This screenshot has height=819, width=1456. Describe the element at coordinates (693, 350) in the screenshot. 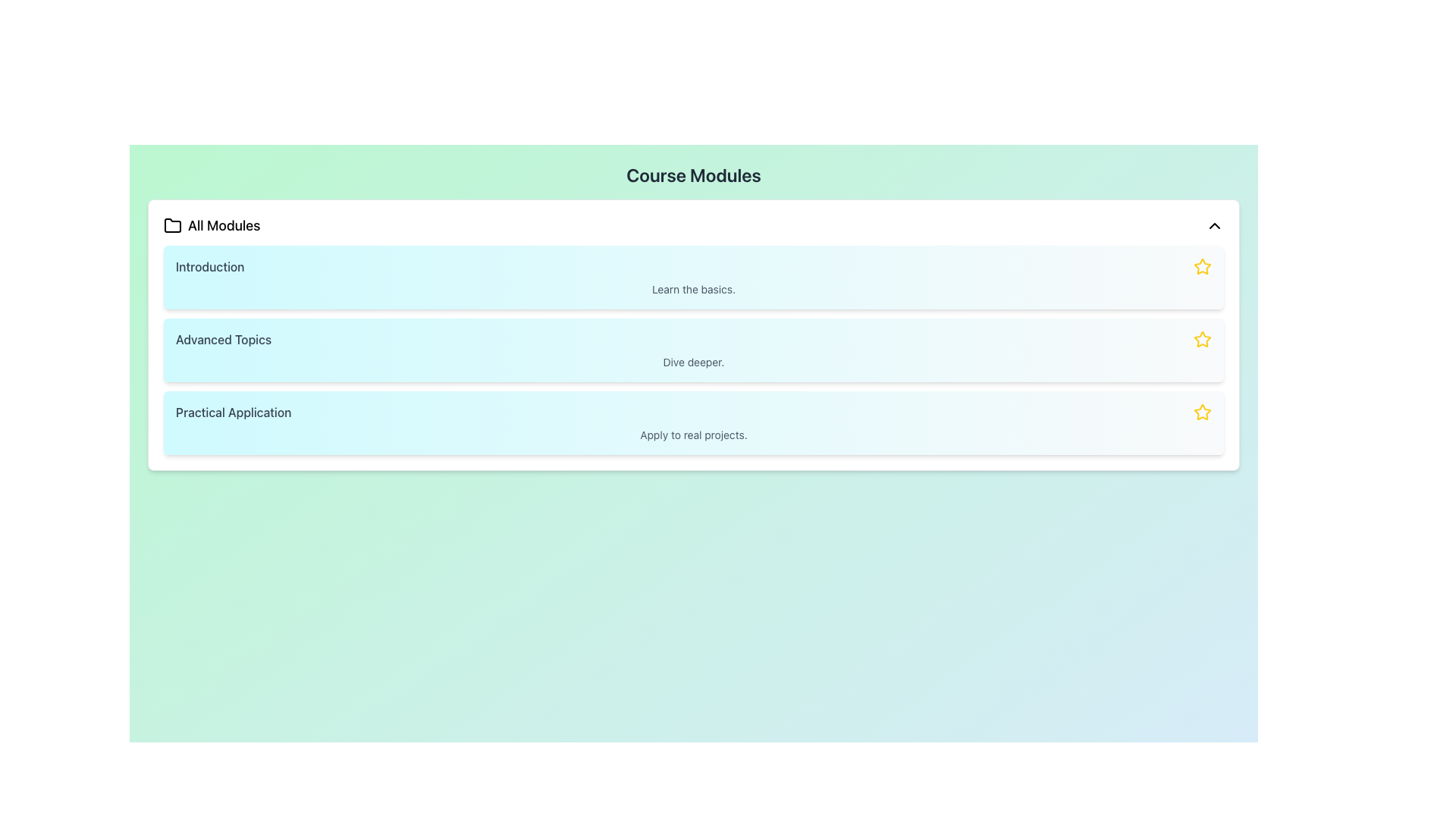

I see `the Interactive Card titled 'Advanced Topics' in the Course Modules section` at that location.